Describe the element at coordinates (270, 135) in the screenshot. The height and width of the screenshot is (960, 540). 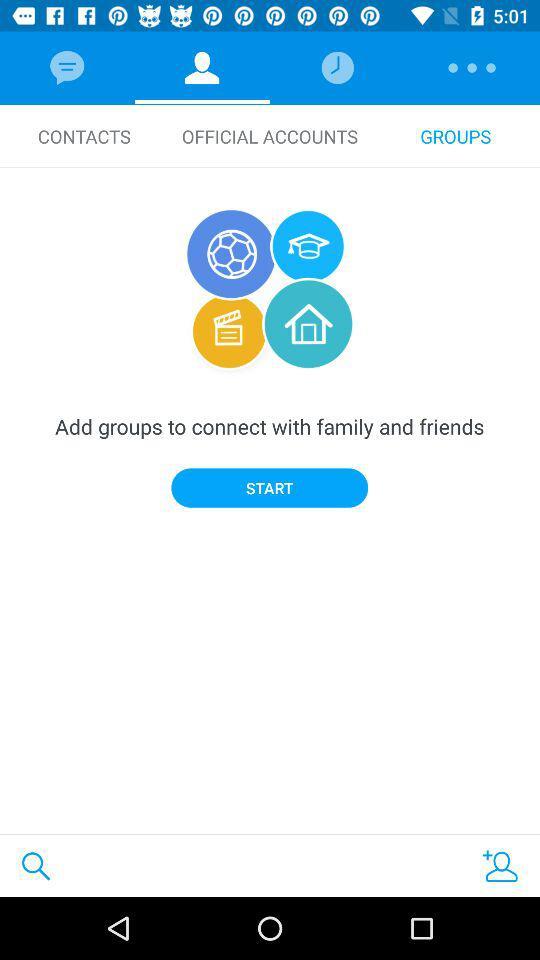
I see `item to the left of groups icon` at that location.